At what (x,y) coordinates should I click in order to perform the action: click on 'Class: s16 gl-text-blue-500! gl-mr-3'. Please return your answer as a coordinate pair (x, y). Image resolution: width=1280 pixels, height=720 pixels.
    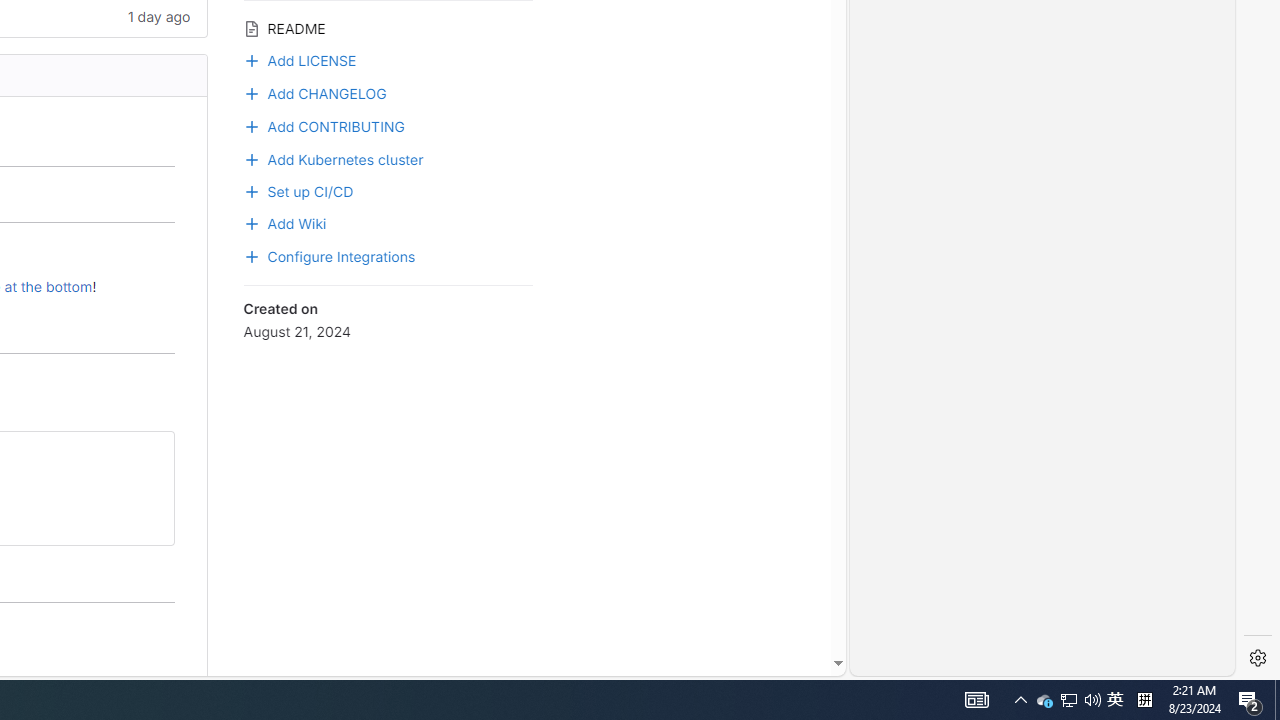
    Looking at the image, I should click on (250, 127).